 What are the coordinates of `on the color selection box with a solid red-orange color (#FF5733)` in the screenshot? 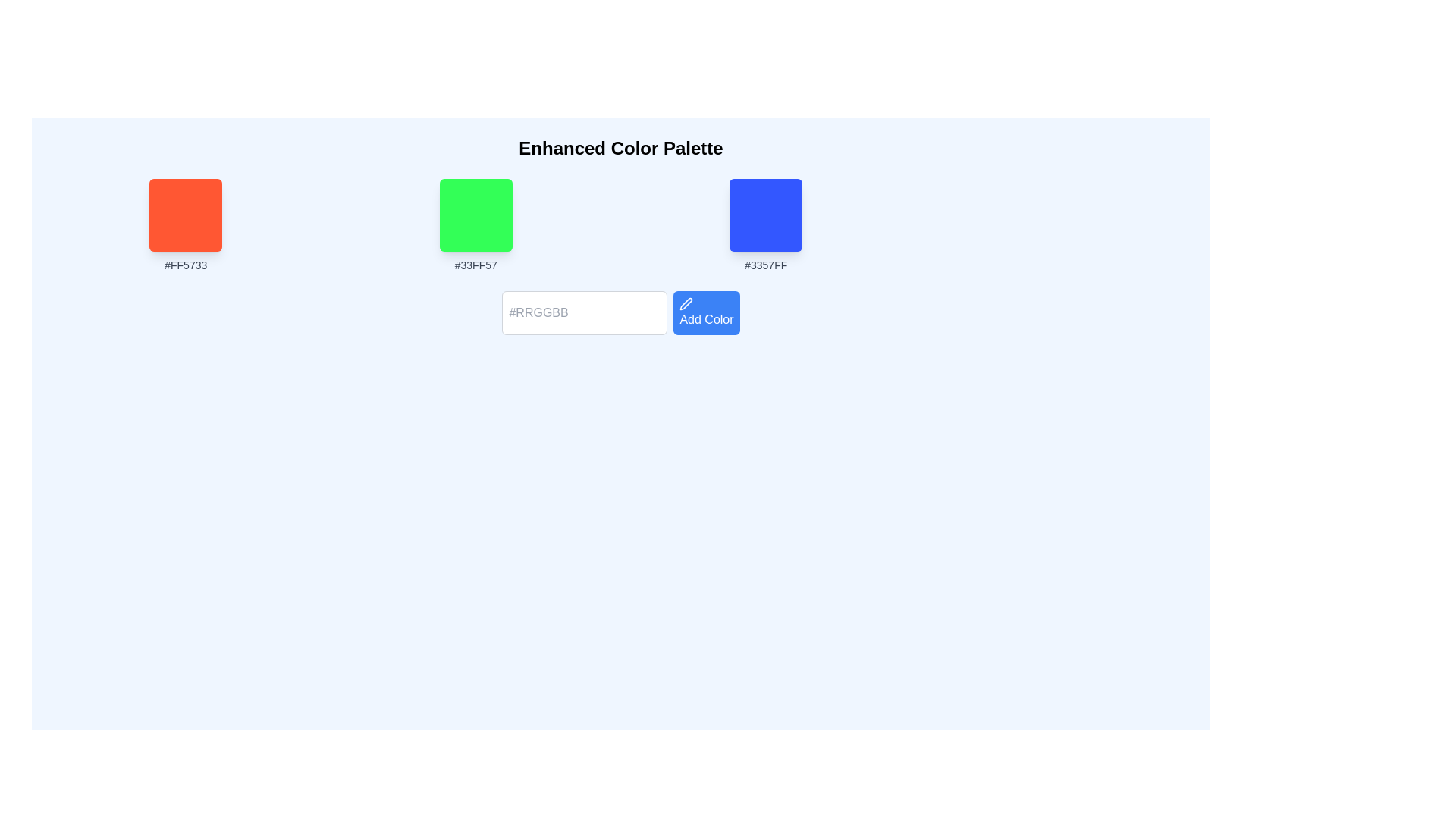 It's located at (185, 215).